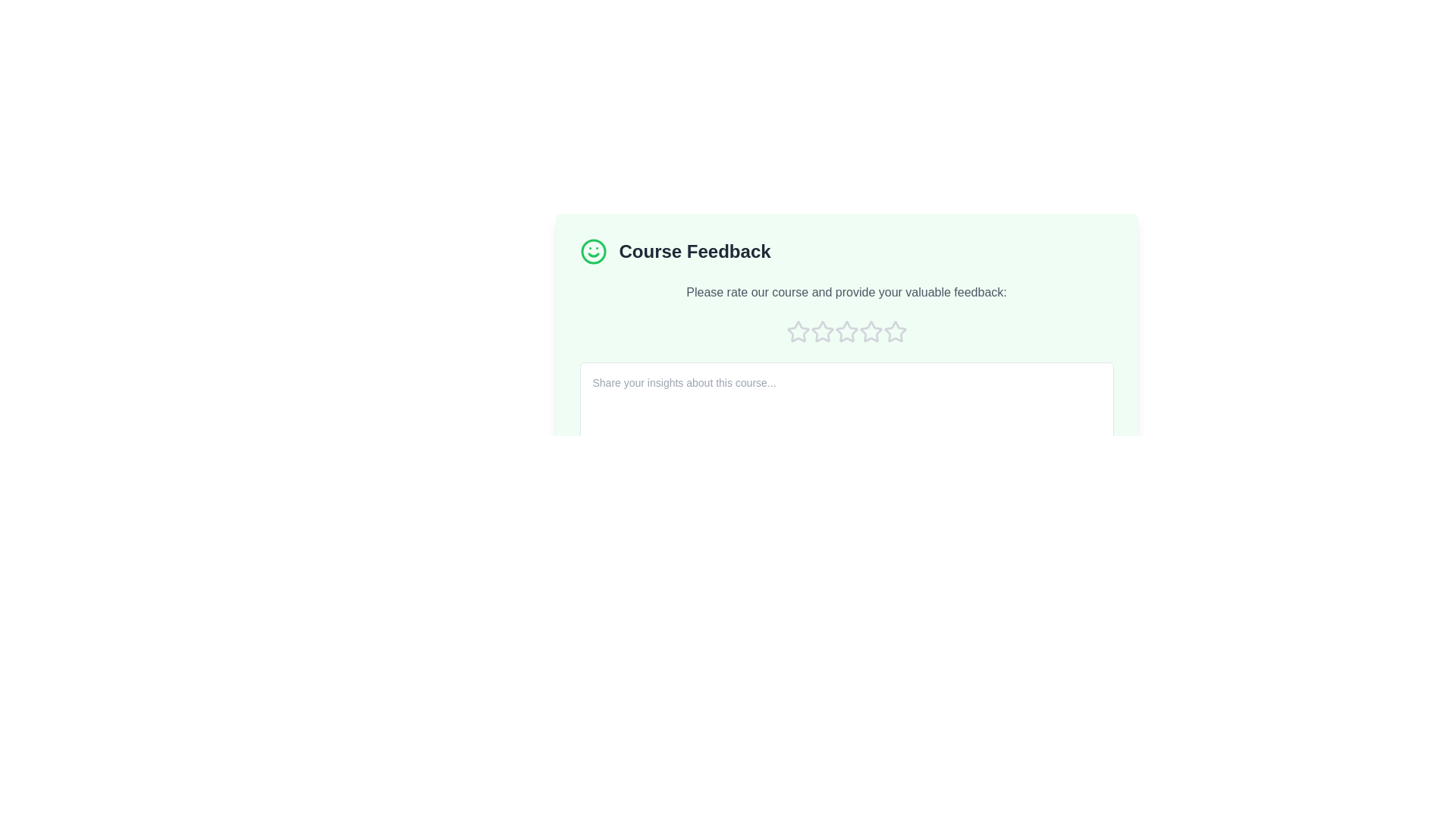 This screenshot has height=819, width=1456. What do you see at coordinates (871, 331) in the screenshot?
I see `the fourth star in the rating component located below the text 'Please rate our course and provide your valuable feedback.'` at bounding box center [871, 331].